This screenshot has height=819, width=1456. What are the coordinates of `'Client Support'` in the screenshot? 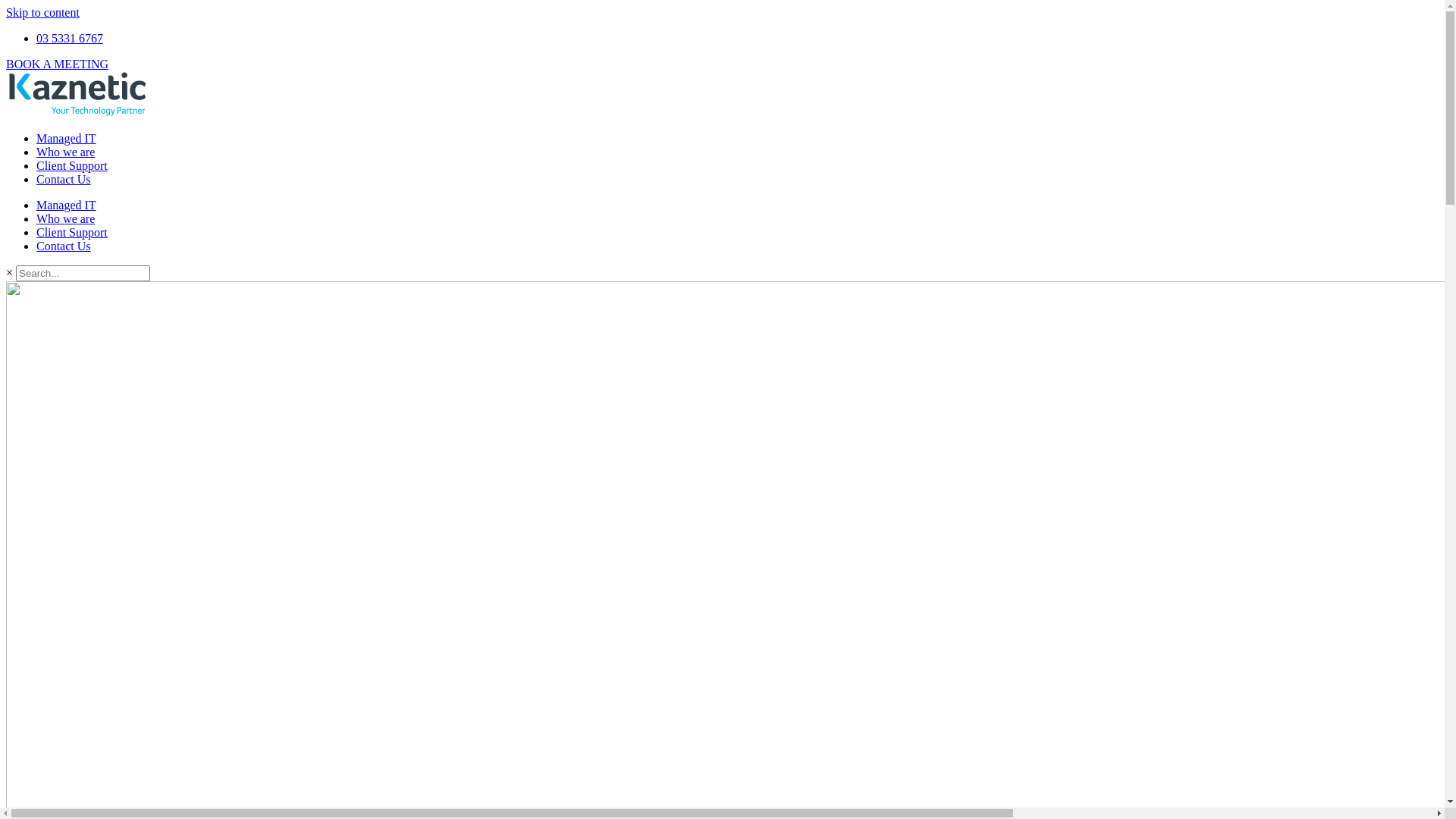 It's located at (36, 232).